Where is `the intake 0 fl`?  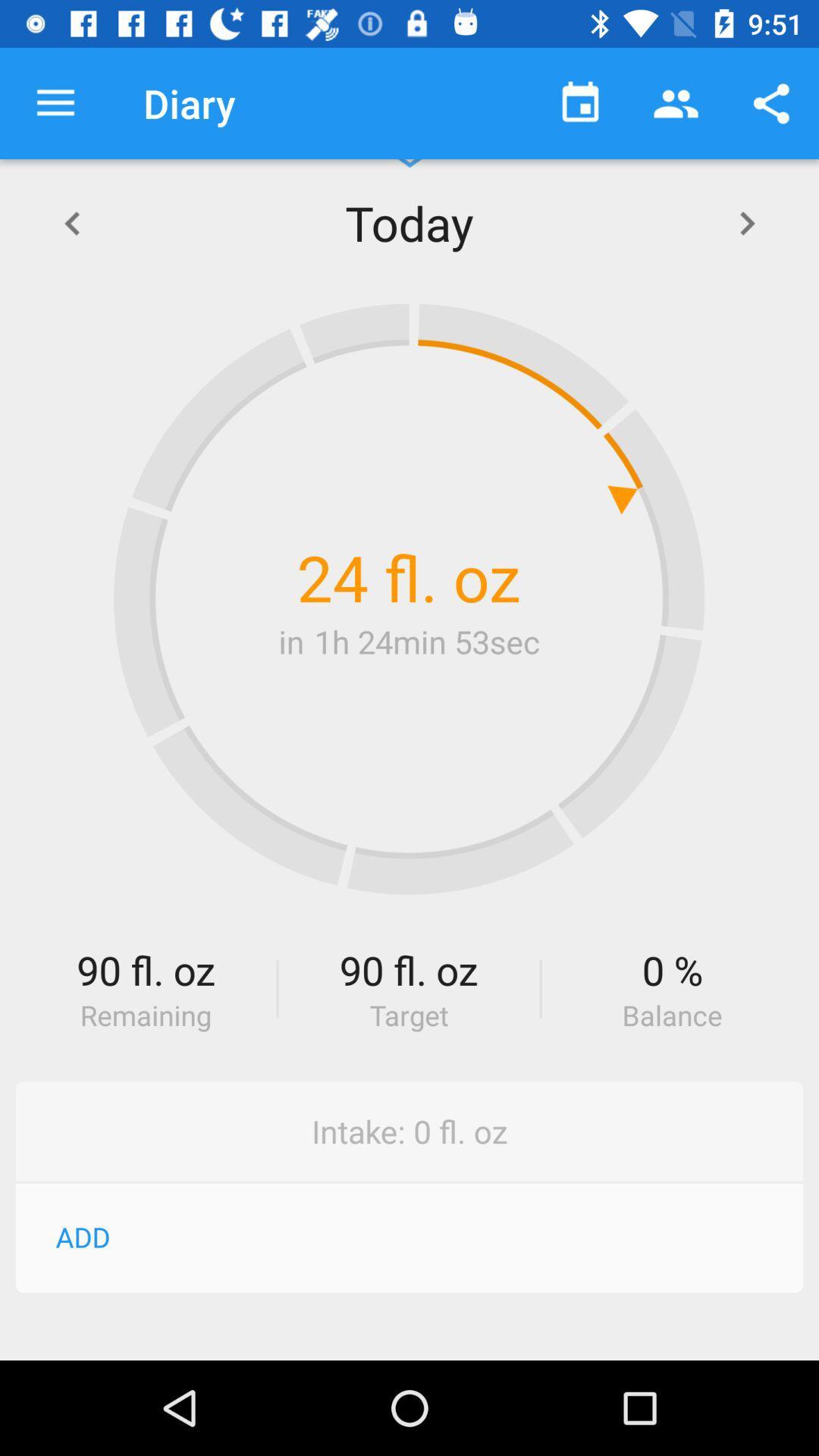 the intake 0 fl is located at coordinates (409, 1131).